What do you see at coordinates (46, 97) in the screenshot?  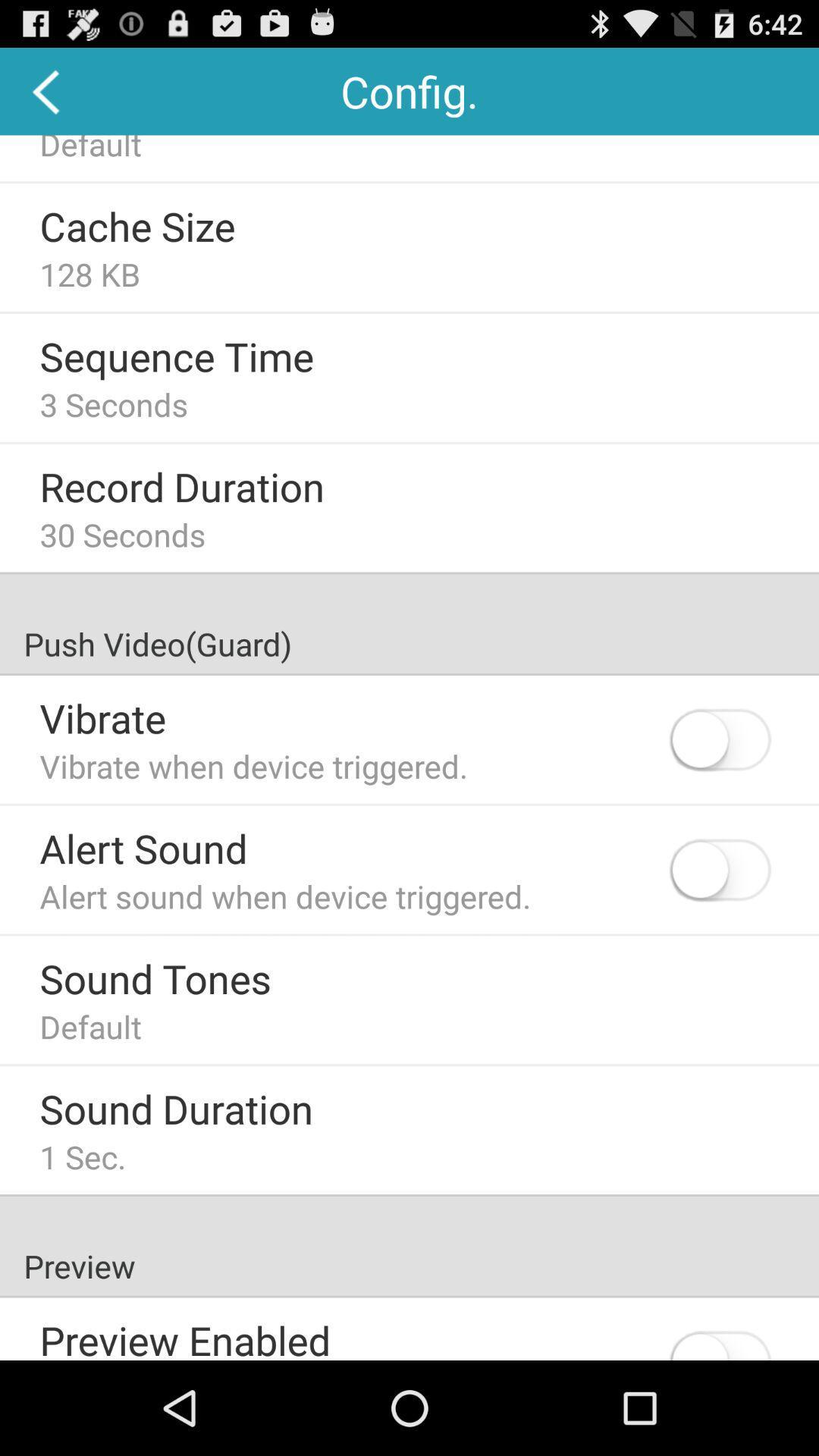 I see `the arrow_backward icon` at bounding box center [46, 97].